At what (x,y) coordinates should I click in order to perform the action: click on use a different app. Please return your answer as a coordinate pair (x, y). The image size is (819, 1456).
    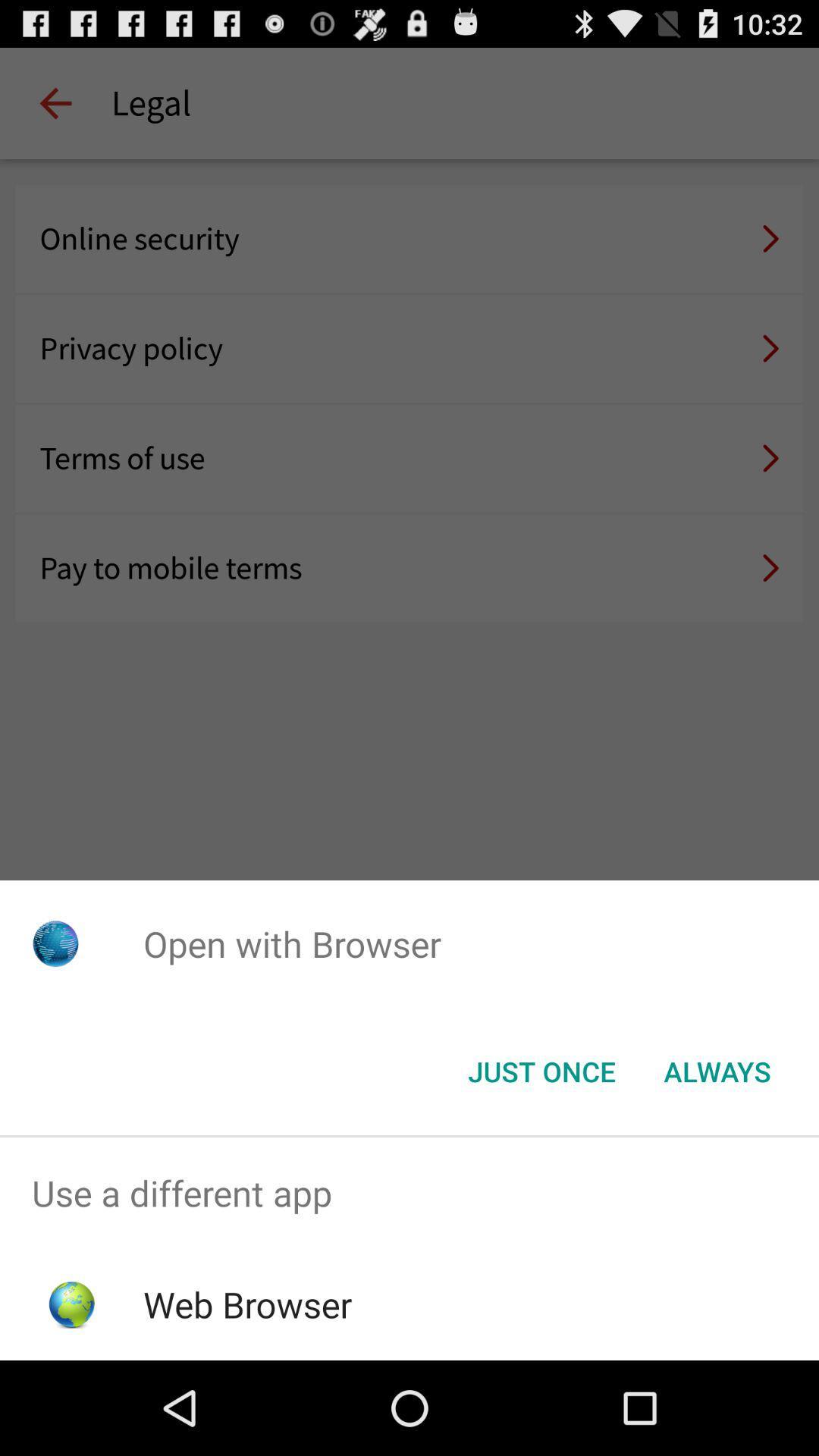
    Looking at the image, I should click on (409, 1192).